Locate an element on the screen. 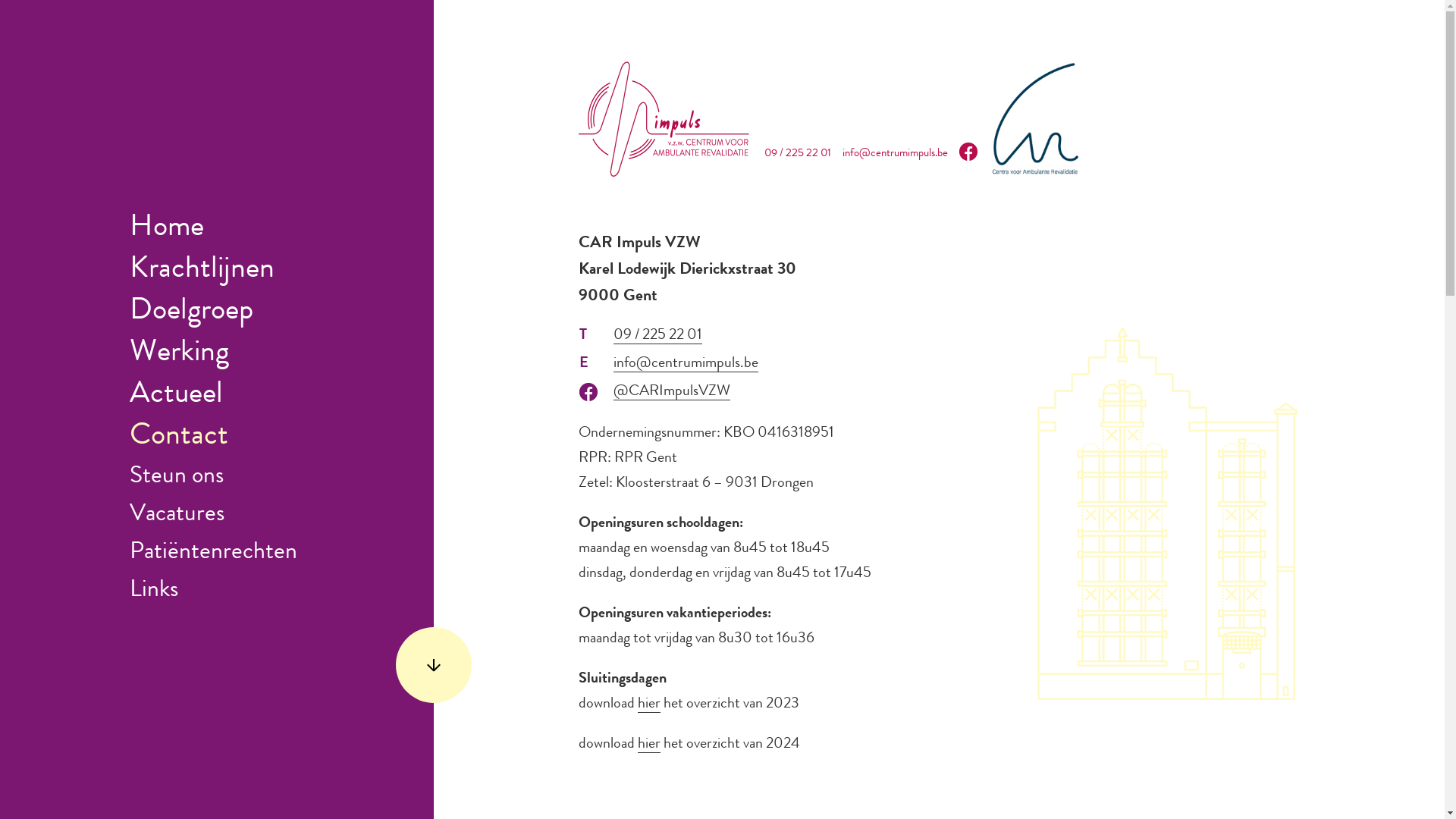  'Werking' is located at coordinates (179, 353).